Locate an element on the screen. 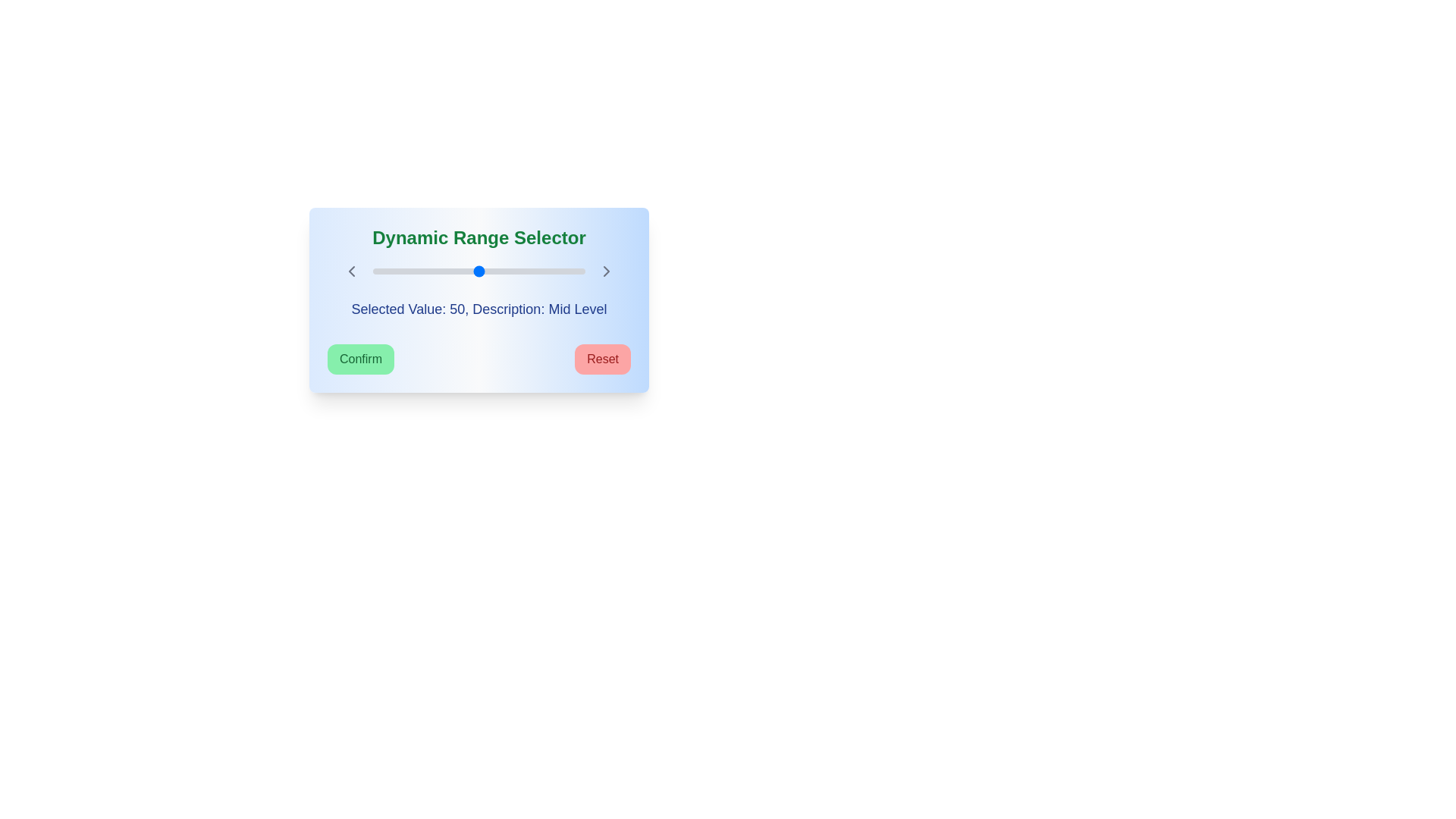 The image size is (1456, 819). the slider is located at coordinates (567, 271).